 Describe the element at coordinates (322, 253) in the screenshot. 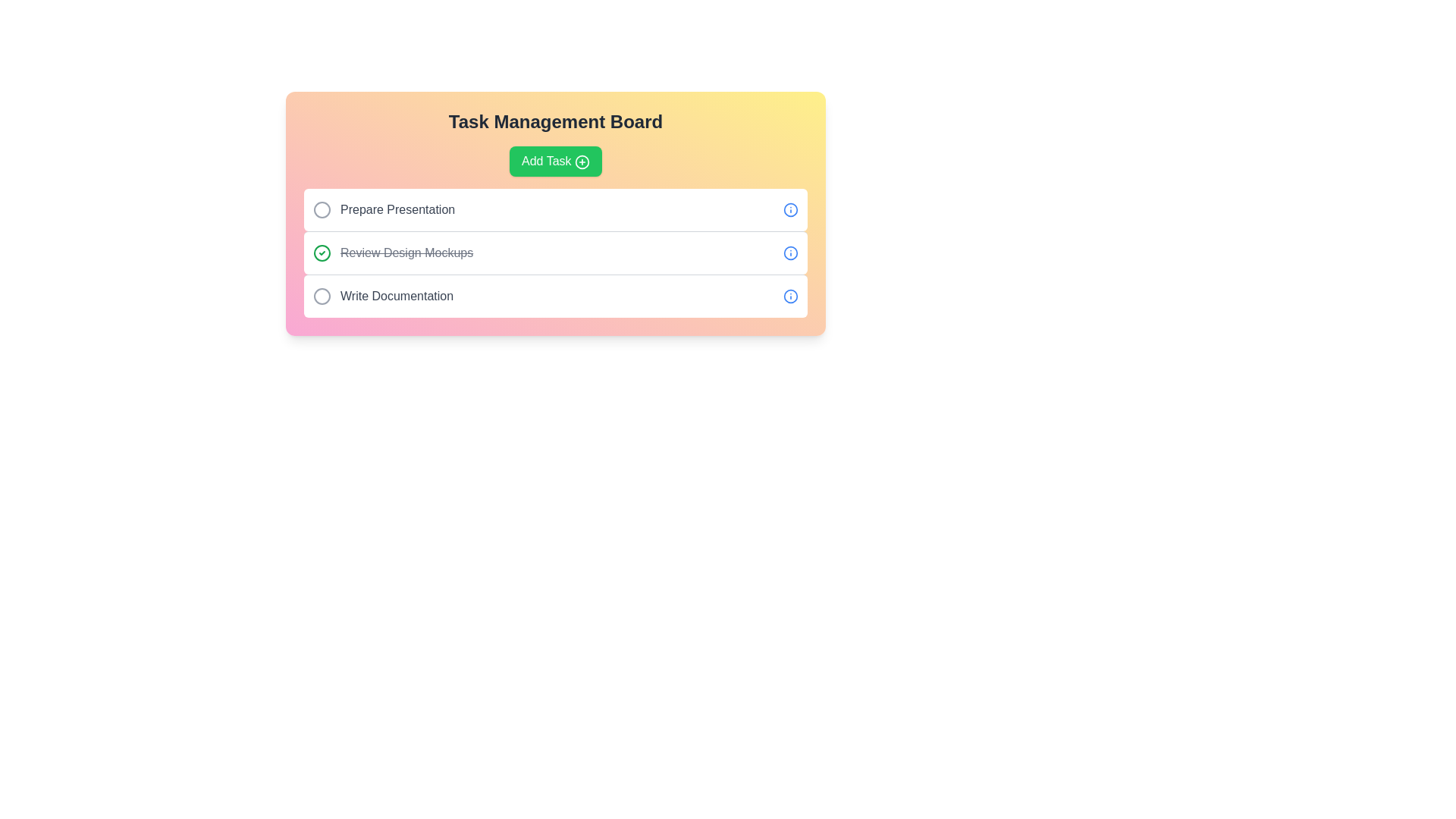

I see `the name of the task Review Design Mockups` at that location.